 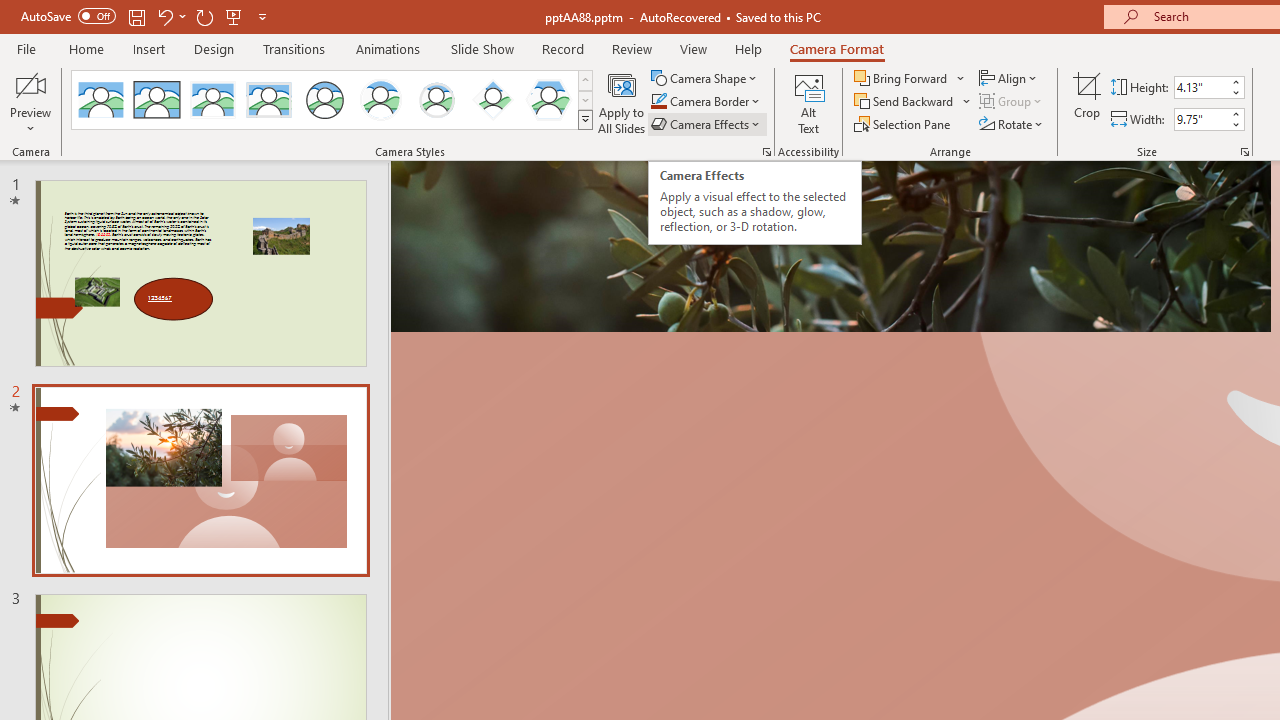 I want to click on 'AutomationID: CameoStylesGallery', so click(x=333, y=100).